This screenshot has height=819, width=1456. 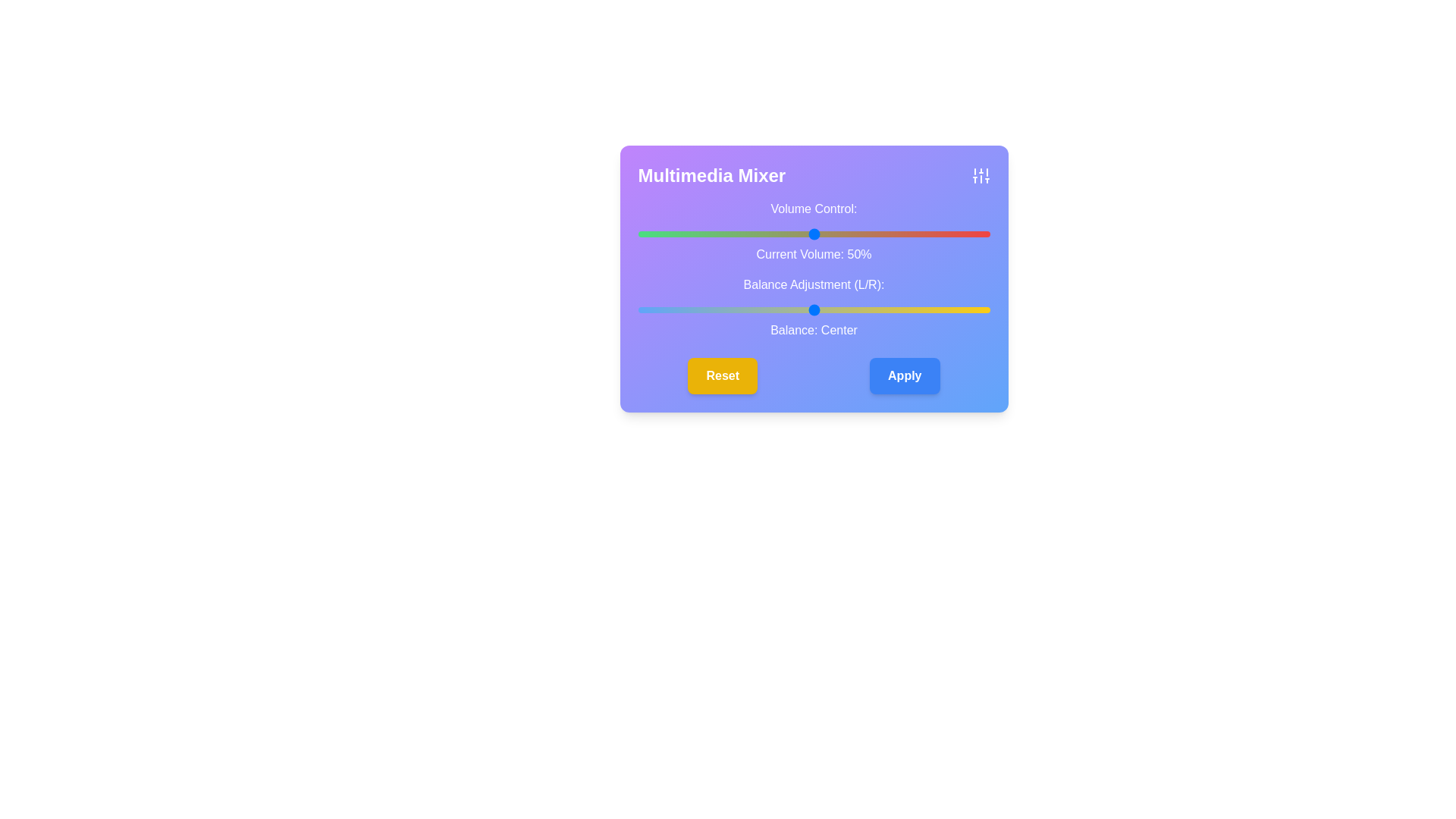 I want to click on the volume slider to set the volume to 88%, so click(x=946, y=234).